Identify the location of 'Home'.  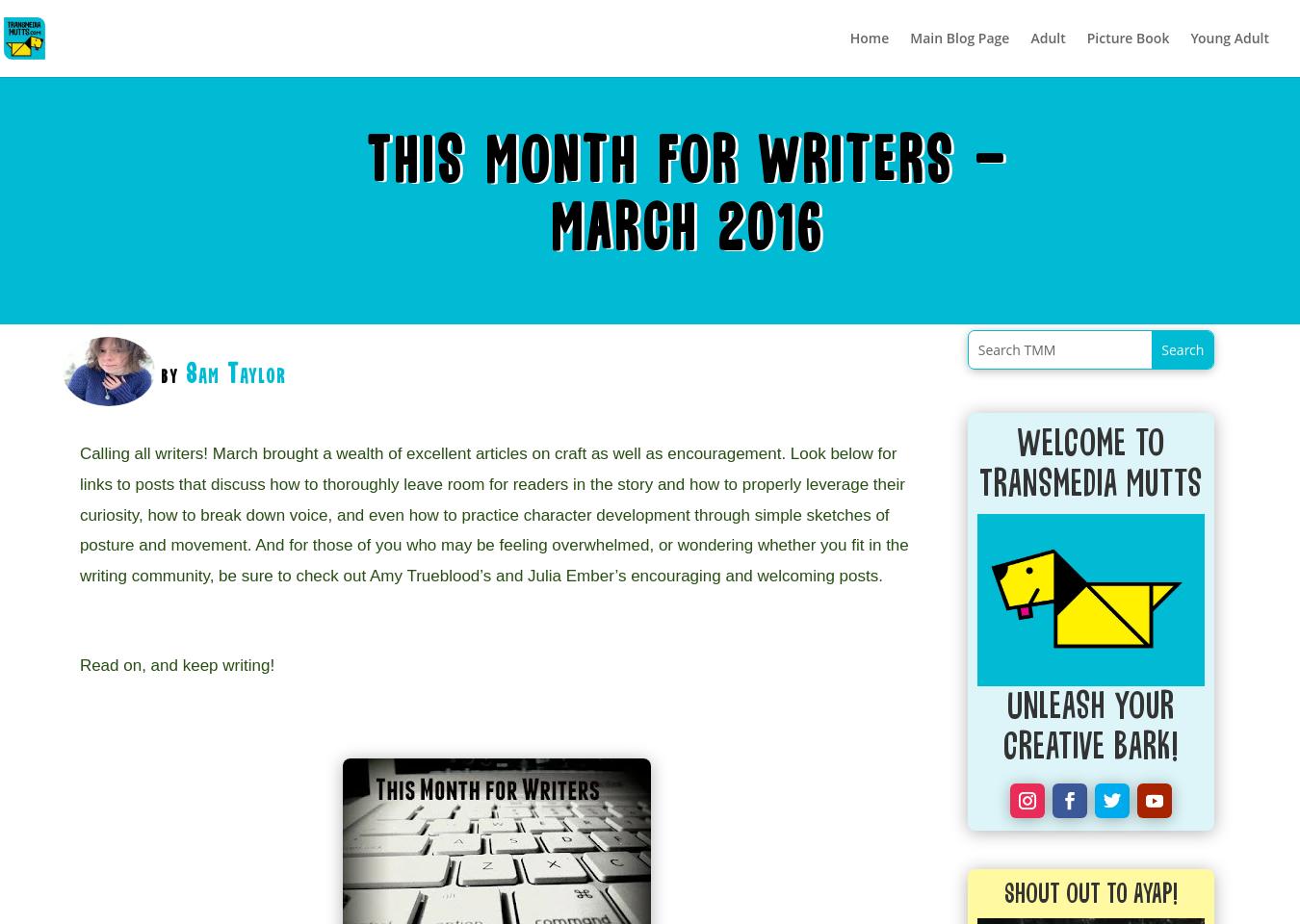
(868, 37).